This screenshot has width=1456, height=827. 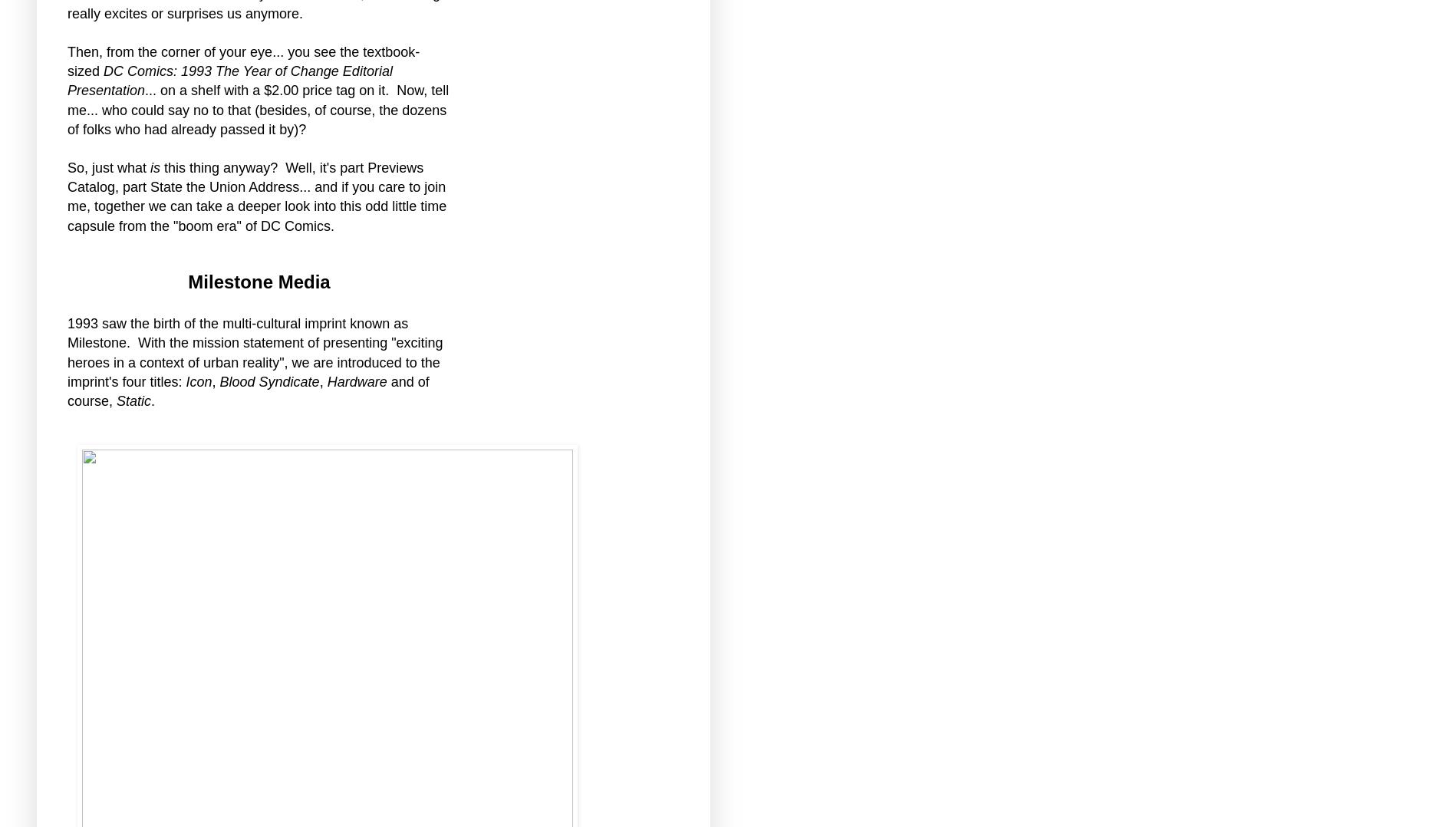 I want to click on '.', so click(x=152, y=401).